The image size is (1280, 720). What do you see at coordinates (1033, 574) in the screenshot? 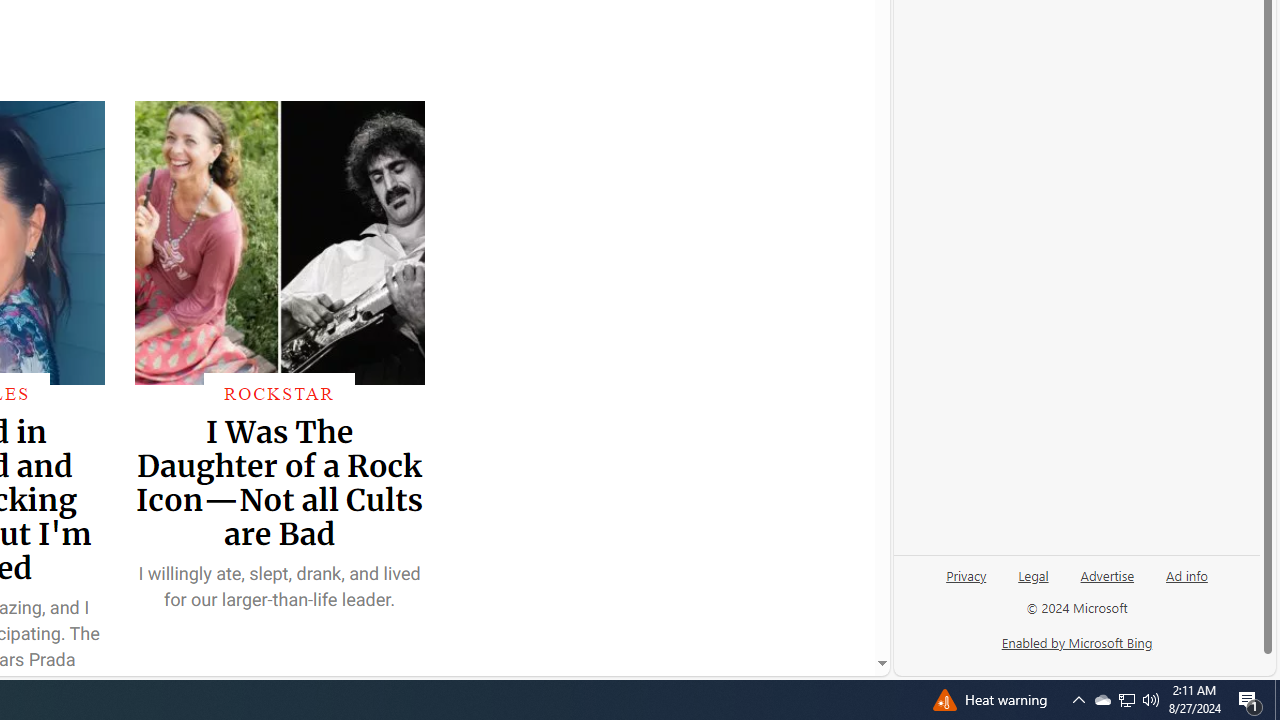
I see `'Legal'` at bounding box center [1033, 574].